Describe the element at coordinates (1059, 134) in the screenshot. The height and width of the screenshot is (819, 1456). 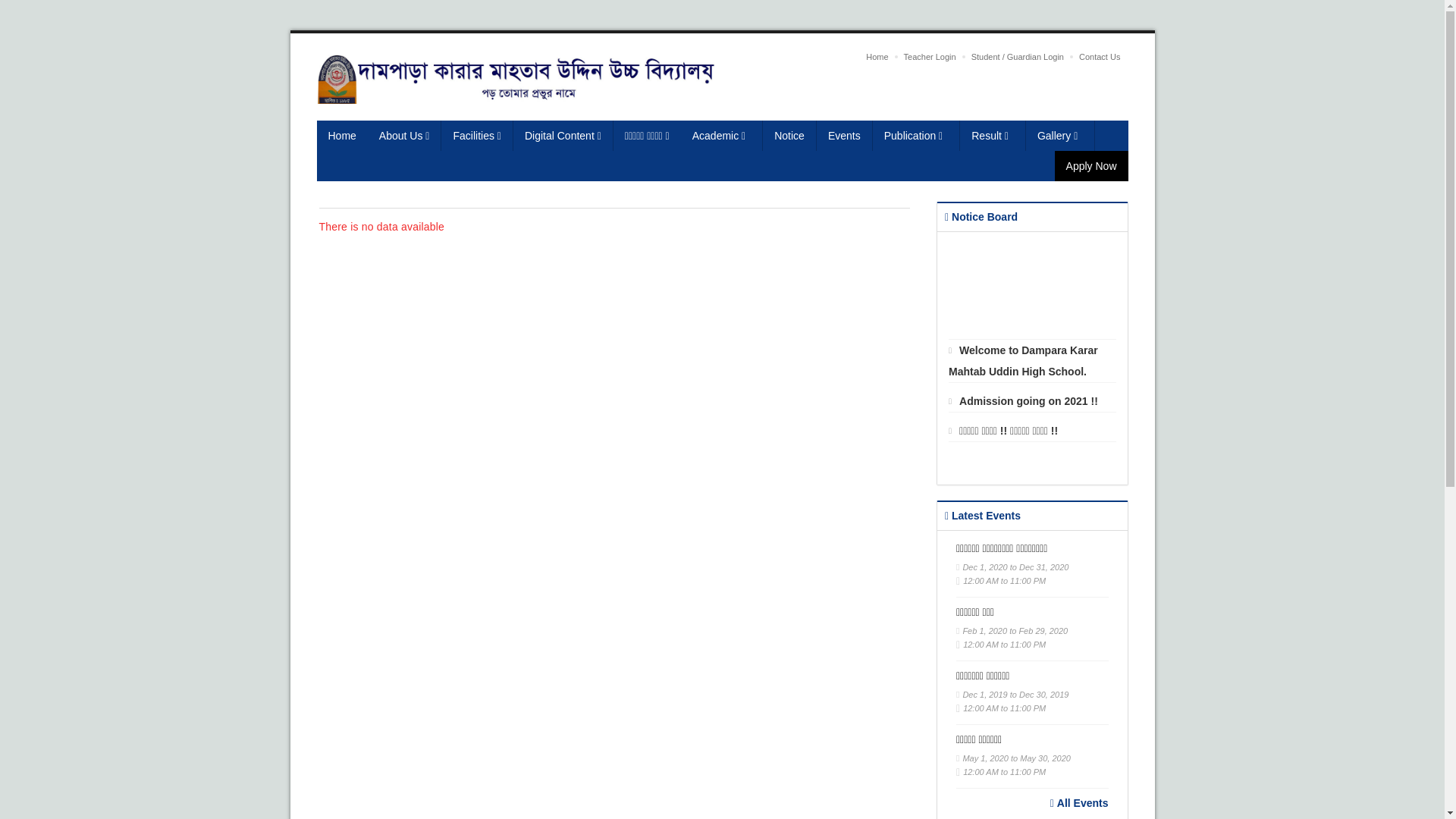
I see `'Gallery'` at that location.